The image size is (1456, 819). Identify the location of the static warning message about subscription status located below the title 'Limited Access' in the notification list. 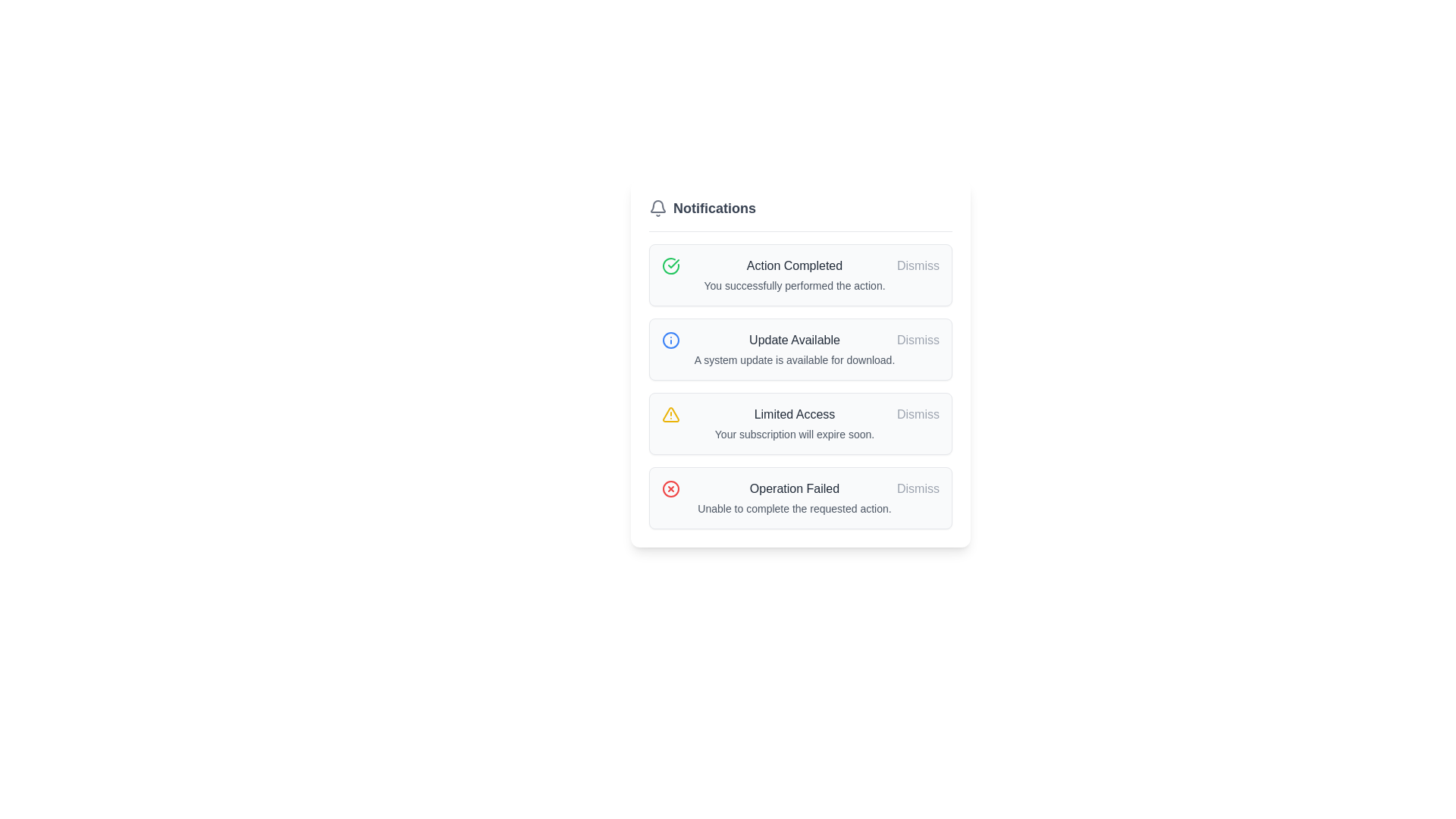
(793, 435).